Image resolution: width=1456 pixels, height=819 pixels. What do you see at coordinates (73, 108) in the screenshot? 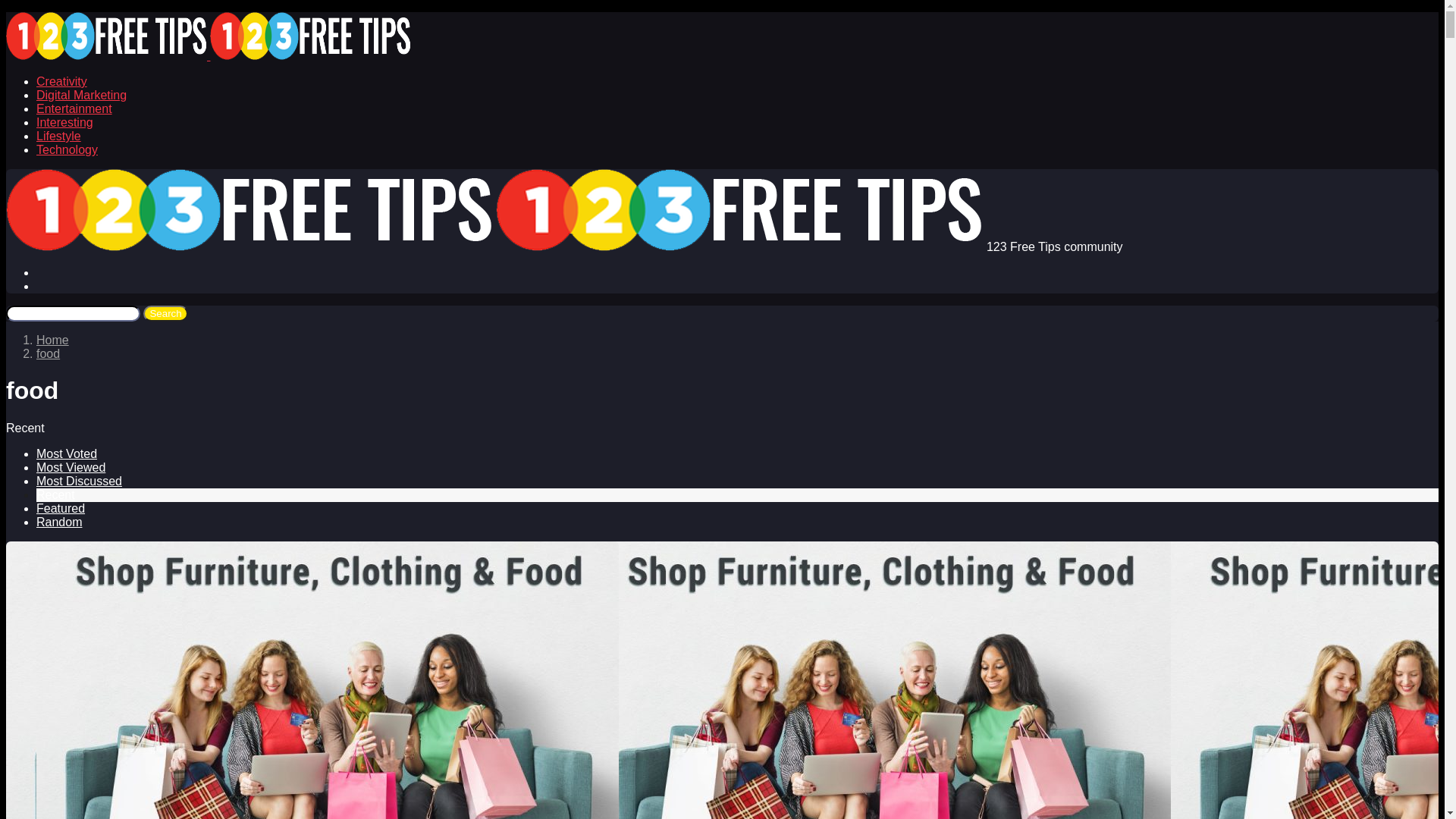
I see `'Entertainment'` at bounding box center [73, 108].